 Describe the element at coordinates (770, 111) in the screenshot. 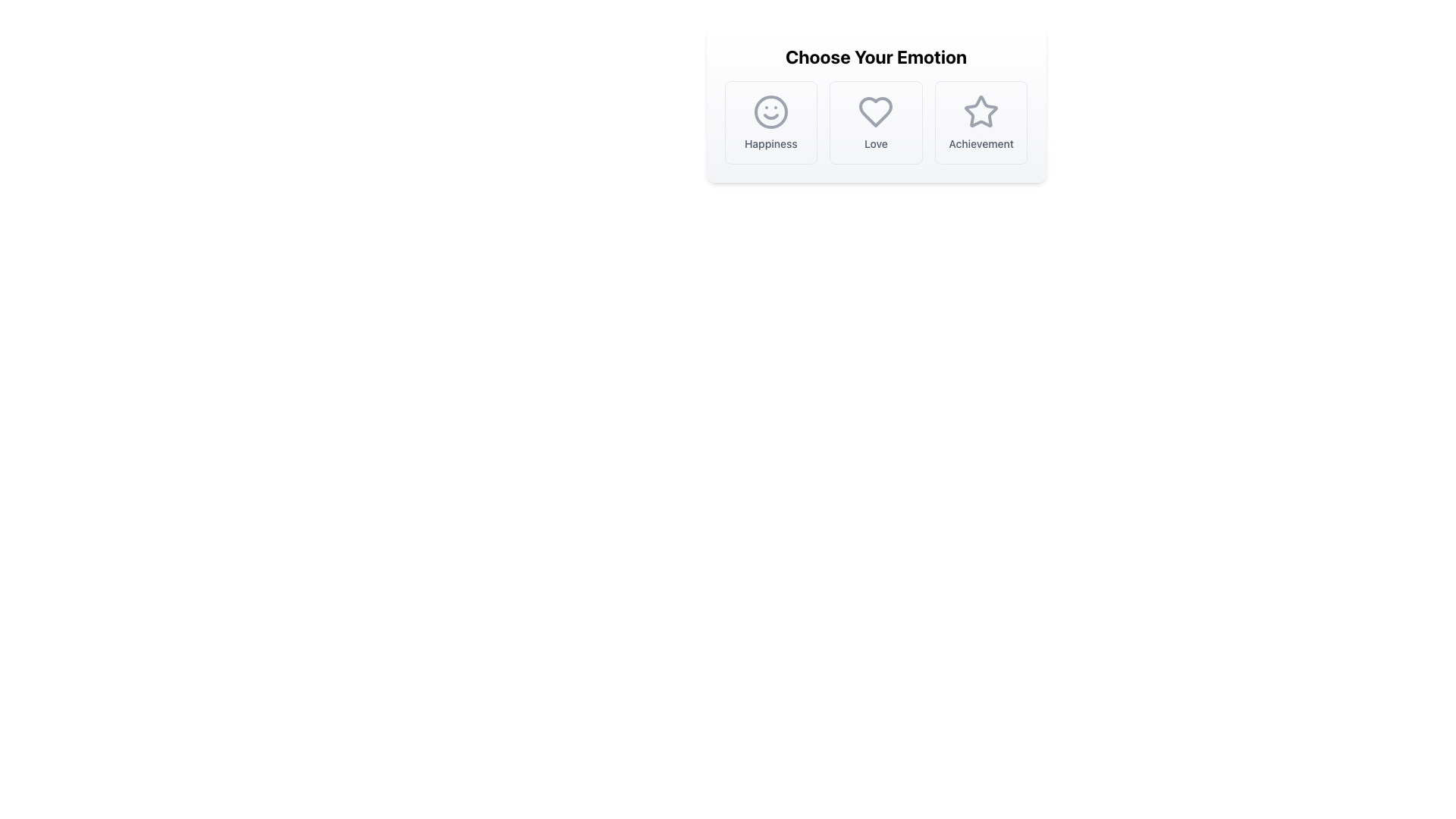

I see `the decorative SVG circle that is the centerpiece of a smiling face icon, located in the top-left corner of a horizontal arrangement of three icons` at that location.